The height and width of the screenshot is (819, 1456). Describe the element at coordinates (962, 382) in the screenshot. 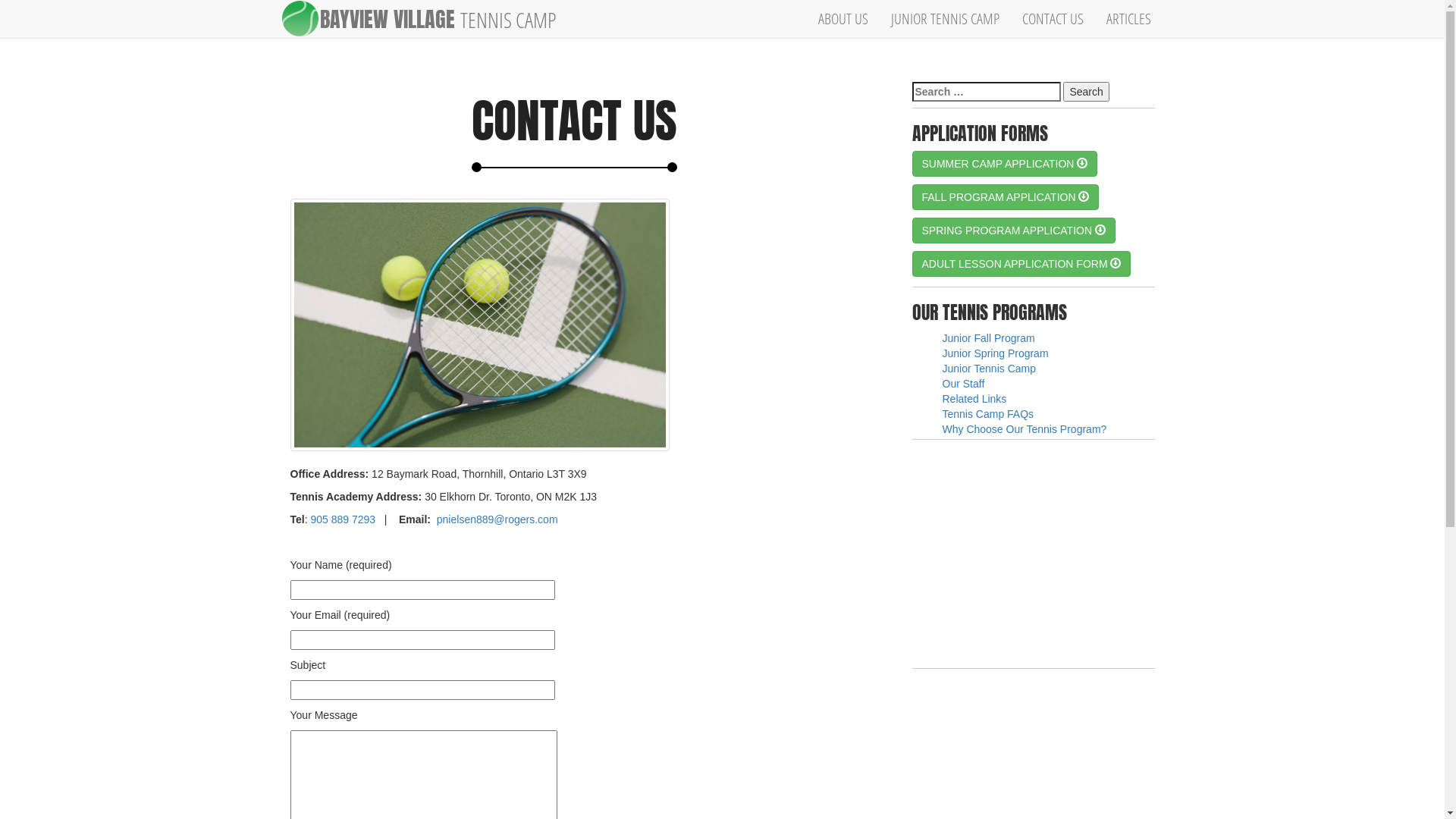

I see `'Our Staff'` at that location.